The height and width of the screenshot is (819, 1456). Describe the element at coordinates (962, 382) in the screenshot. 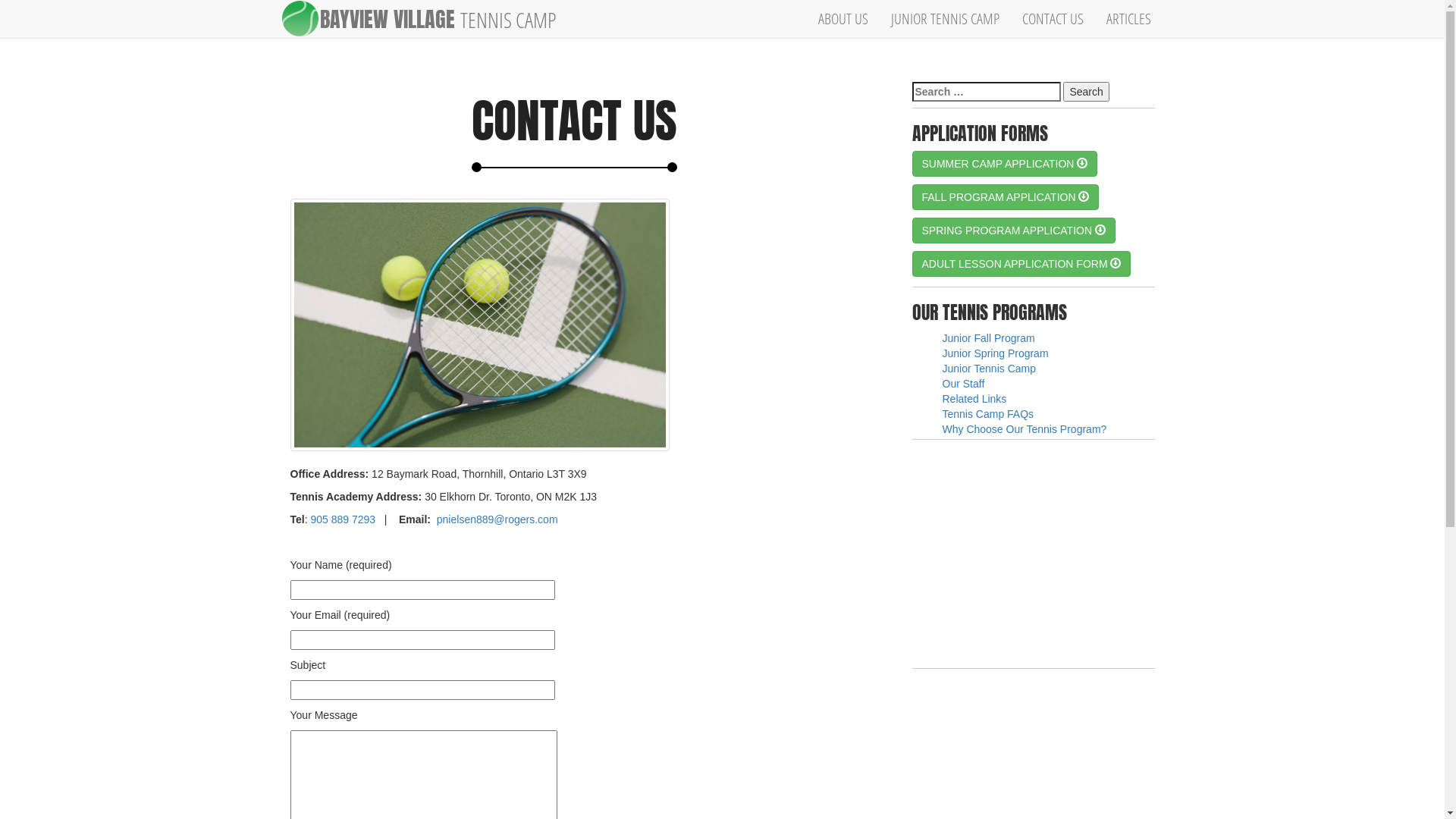

I see `'Our Staff'` at that location.